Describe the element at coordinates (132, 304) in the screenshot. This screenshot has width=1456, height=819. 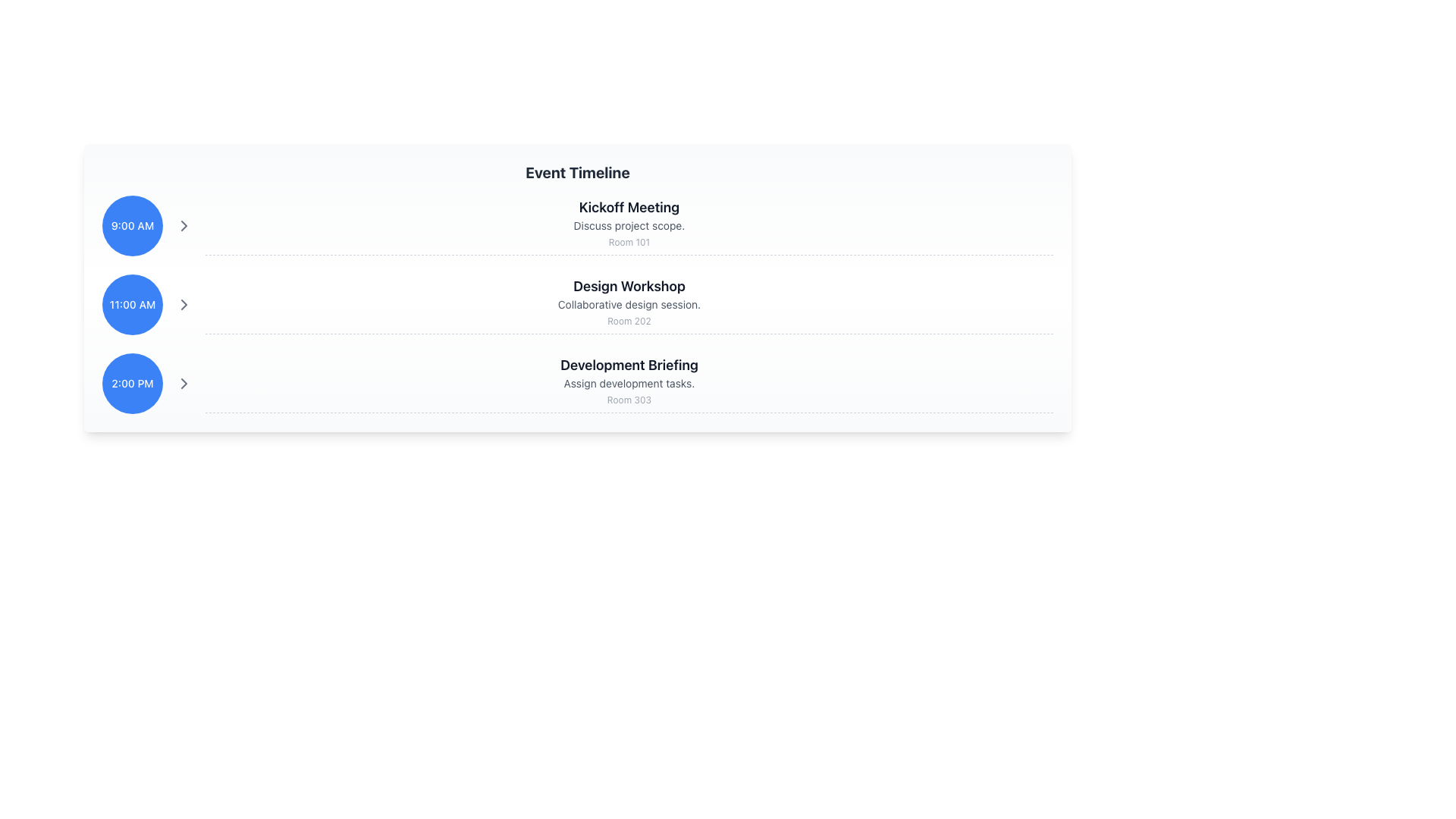
I see `time text '11:00 AM' displayed in a medium-sized font within a blue circular background, located as the second item in a vertical list of time entries` at that location.